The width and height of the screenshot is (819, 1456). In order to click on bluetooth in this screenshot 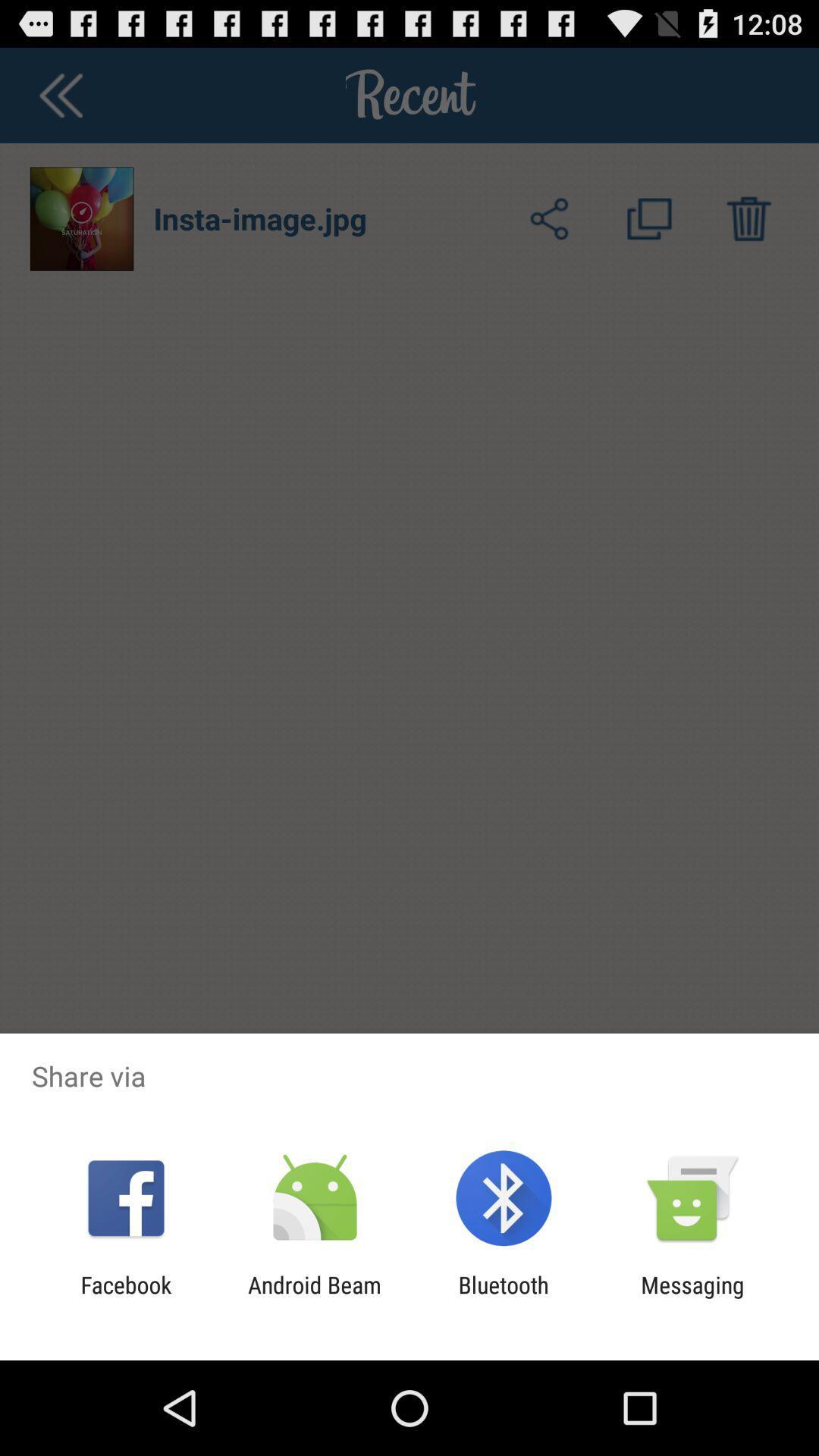, I will do `click(504, 1298)`.